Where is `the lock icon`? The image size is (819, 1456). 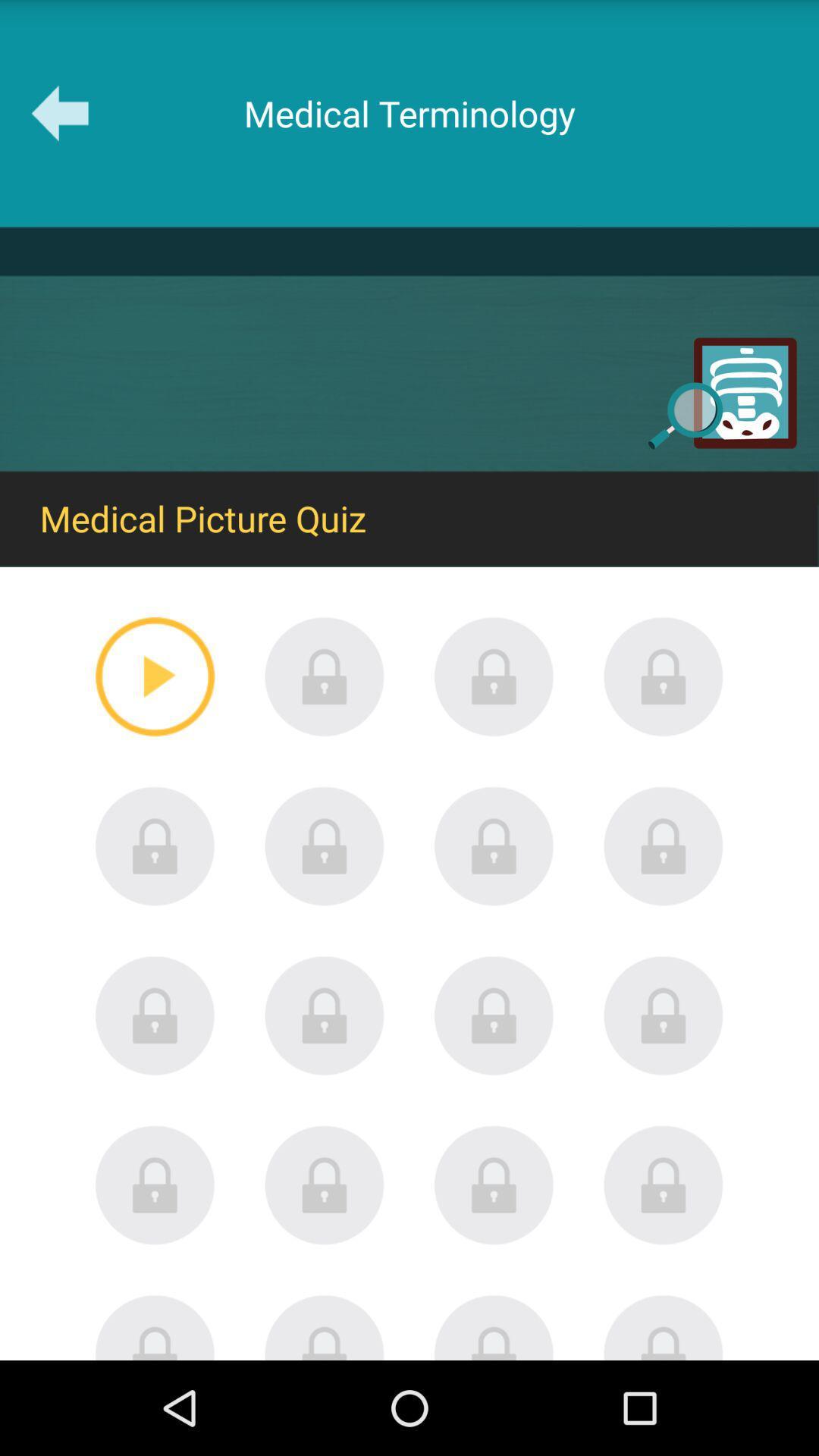 the lock icon is located at coordinates (324, 1268).